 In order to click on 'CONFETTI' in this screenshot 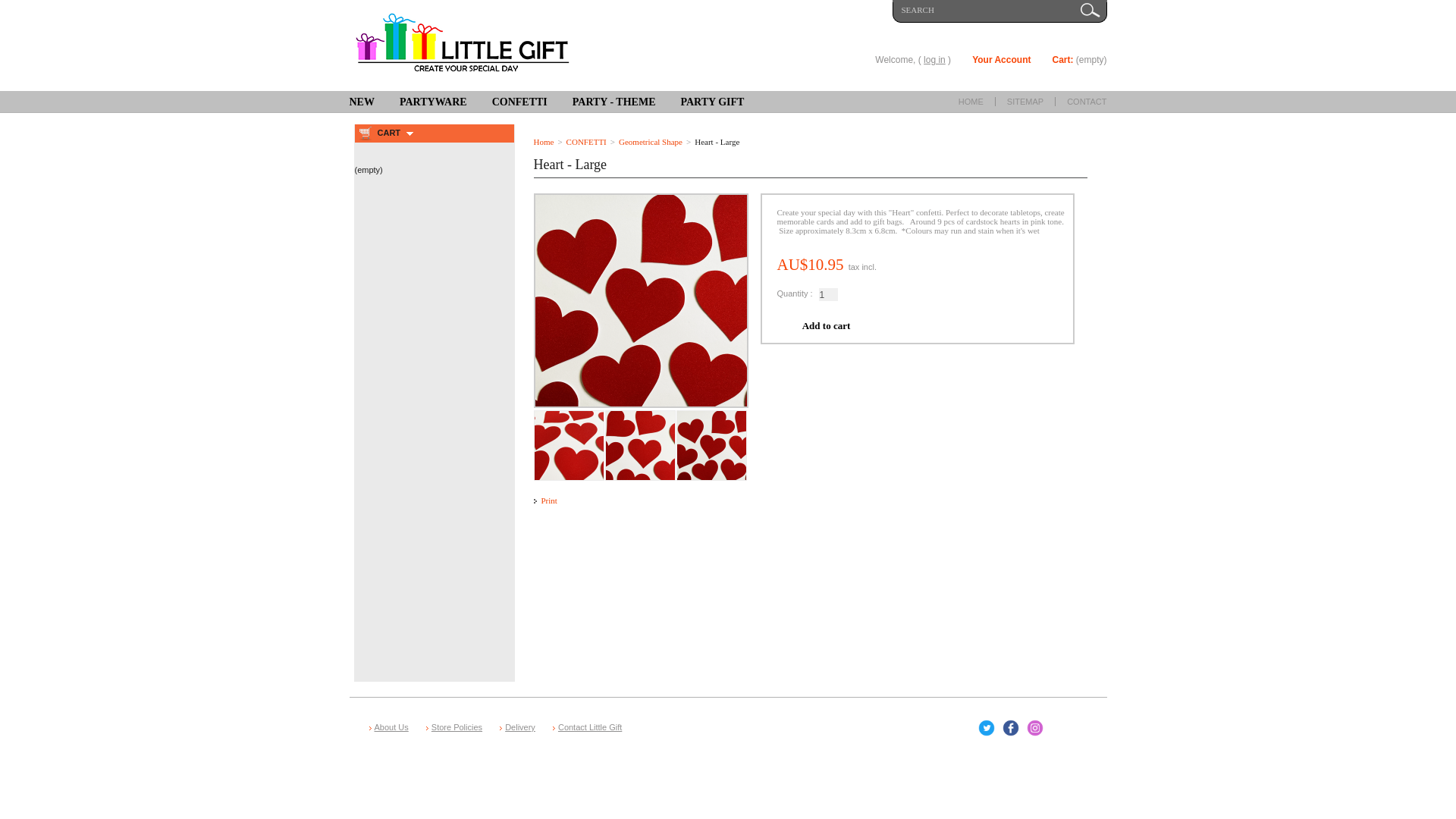, I will do `click(519, 102)`.